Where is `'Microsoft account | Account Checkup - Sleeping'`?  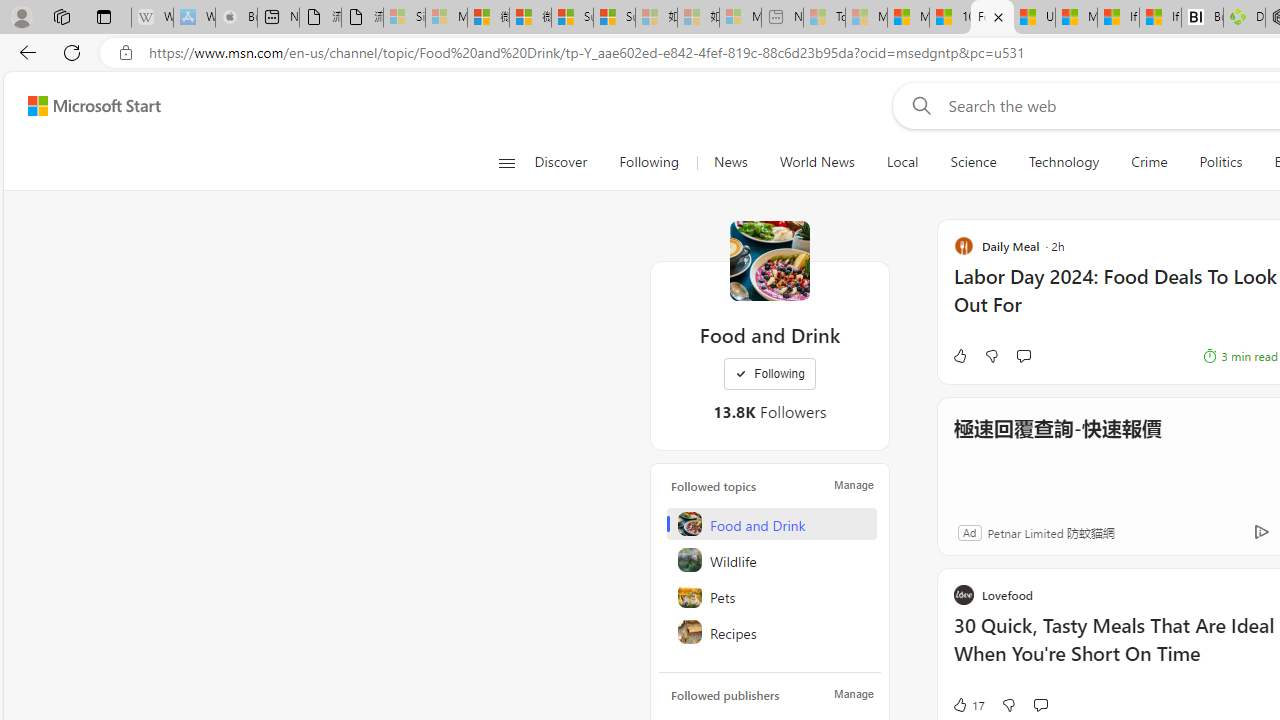 'Microsoft account | Account Checkup - Sleeping' is located at coordinates (739, 17).